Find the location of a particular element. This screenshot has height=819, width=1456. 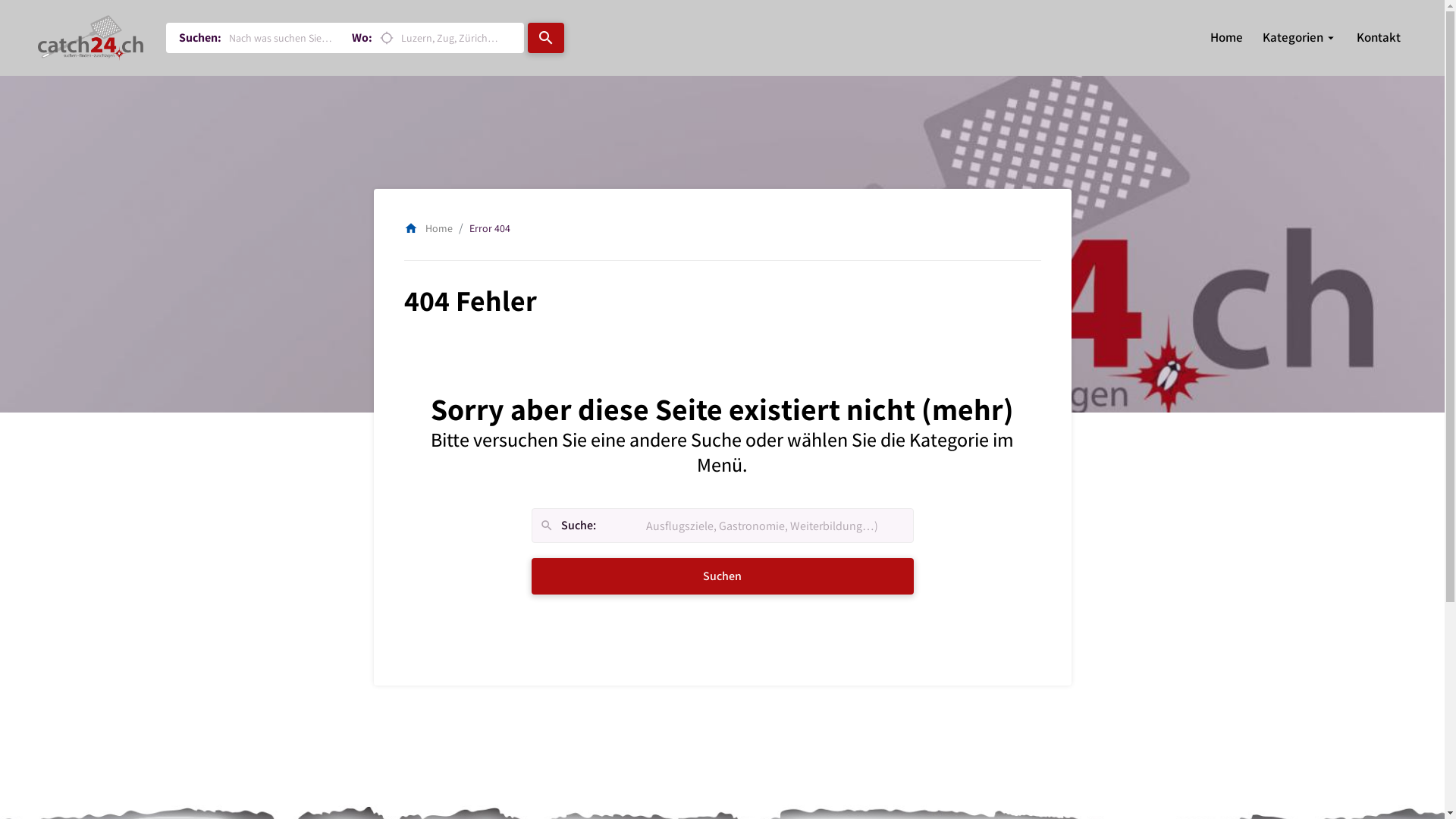

'homeHome' is located at coordinates (427, 227).